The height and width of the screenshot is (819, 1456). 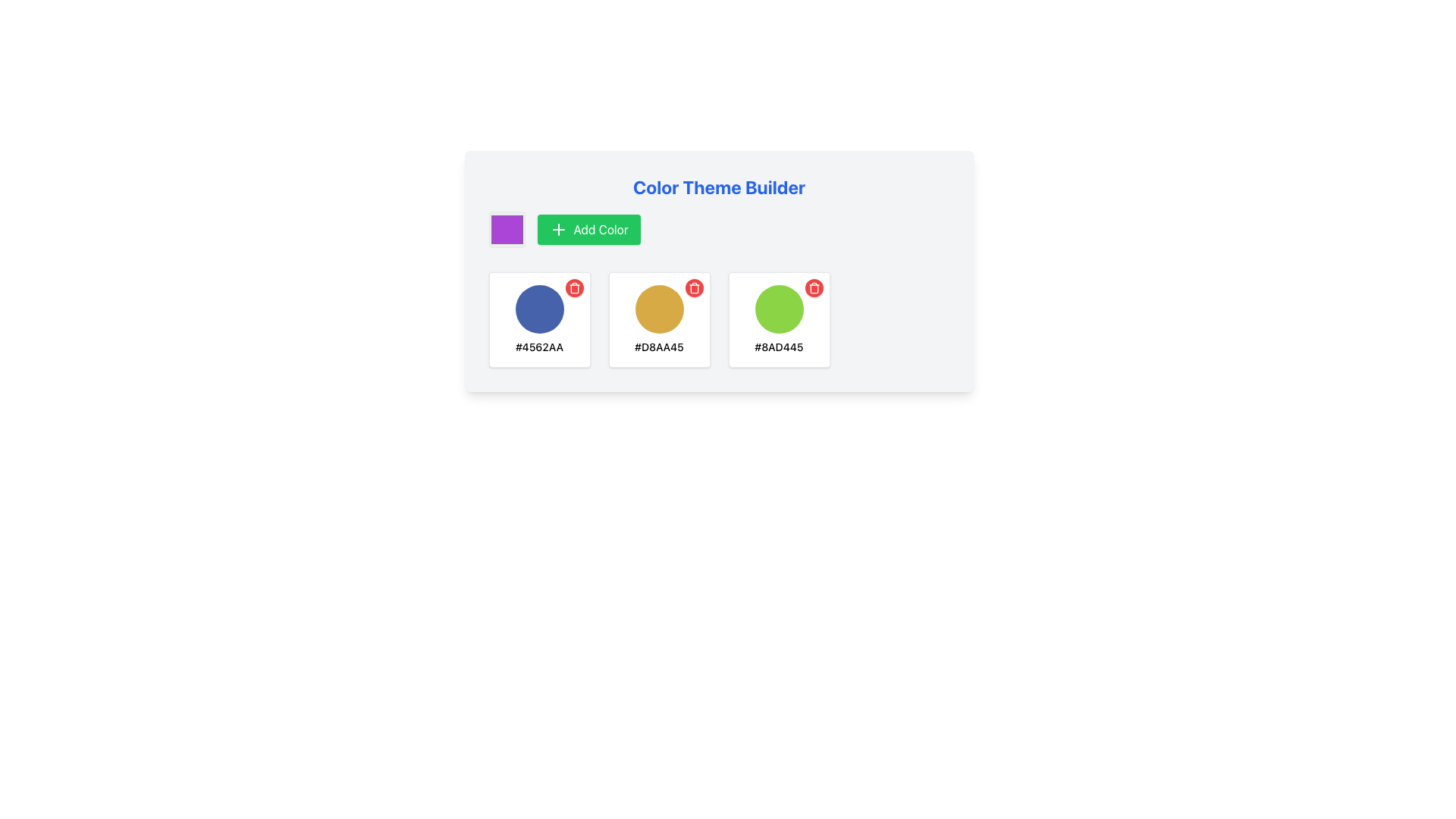 I want to click on the color representation UI component located in the middle-top area of the color theme management interface, which is the third block in a row of color swatches, so click(x=779, y=309).